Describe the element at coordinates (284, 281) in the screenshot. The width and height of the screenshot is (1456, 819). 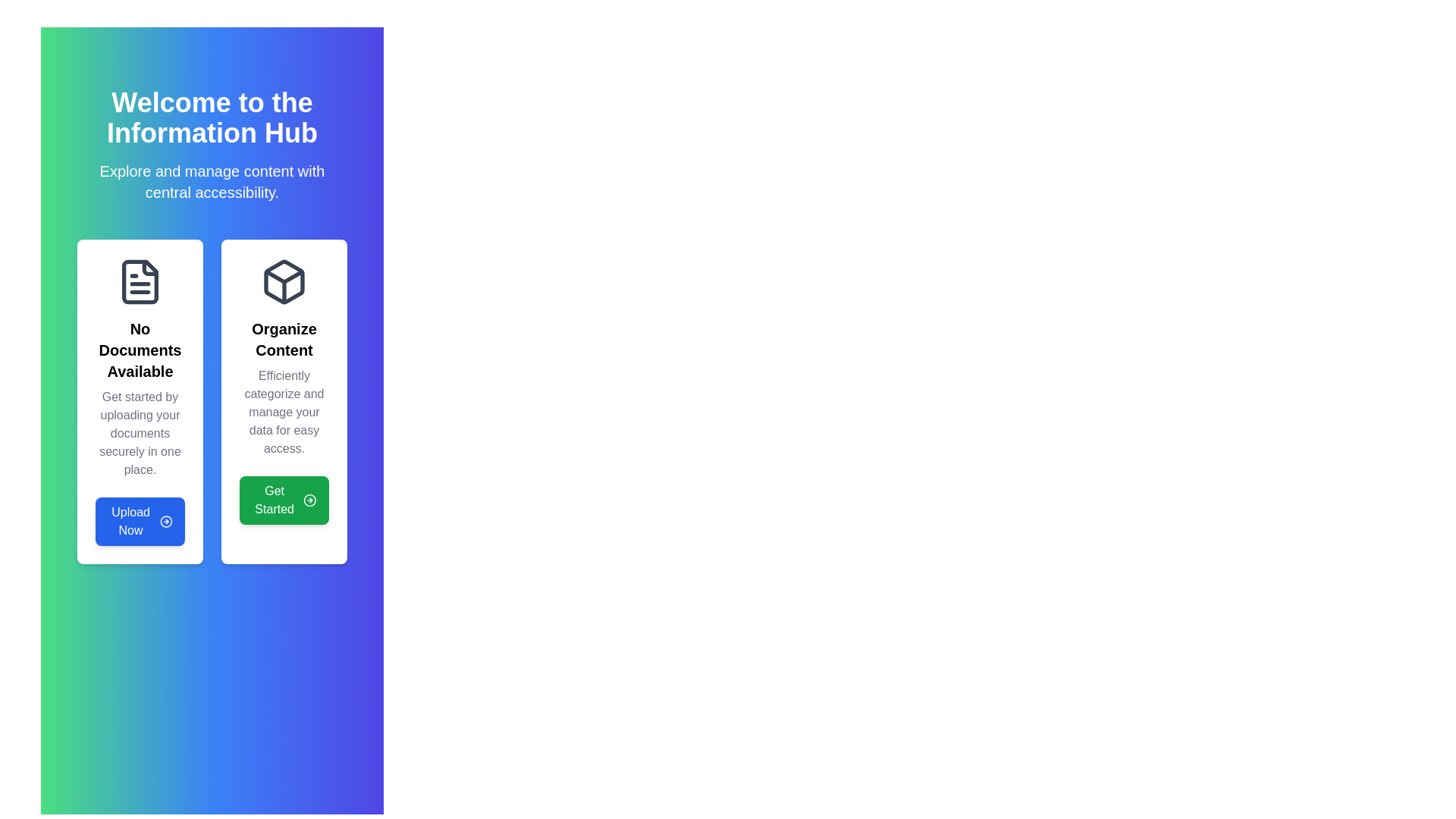
I see `the 'Organize Content' icon located at the top of the panel dedicated to organizational tasks, positioned on the right side of the main interface` at that location.